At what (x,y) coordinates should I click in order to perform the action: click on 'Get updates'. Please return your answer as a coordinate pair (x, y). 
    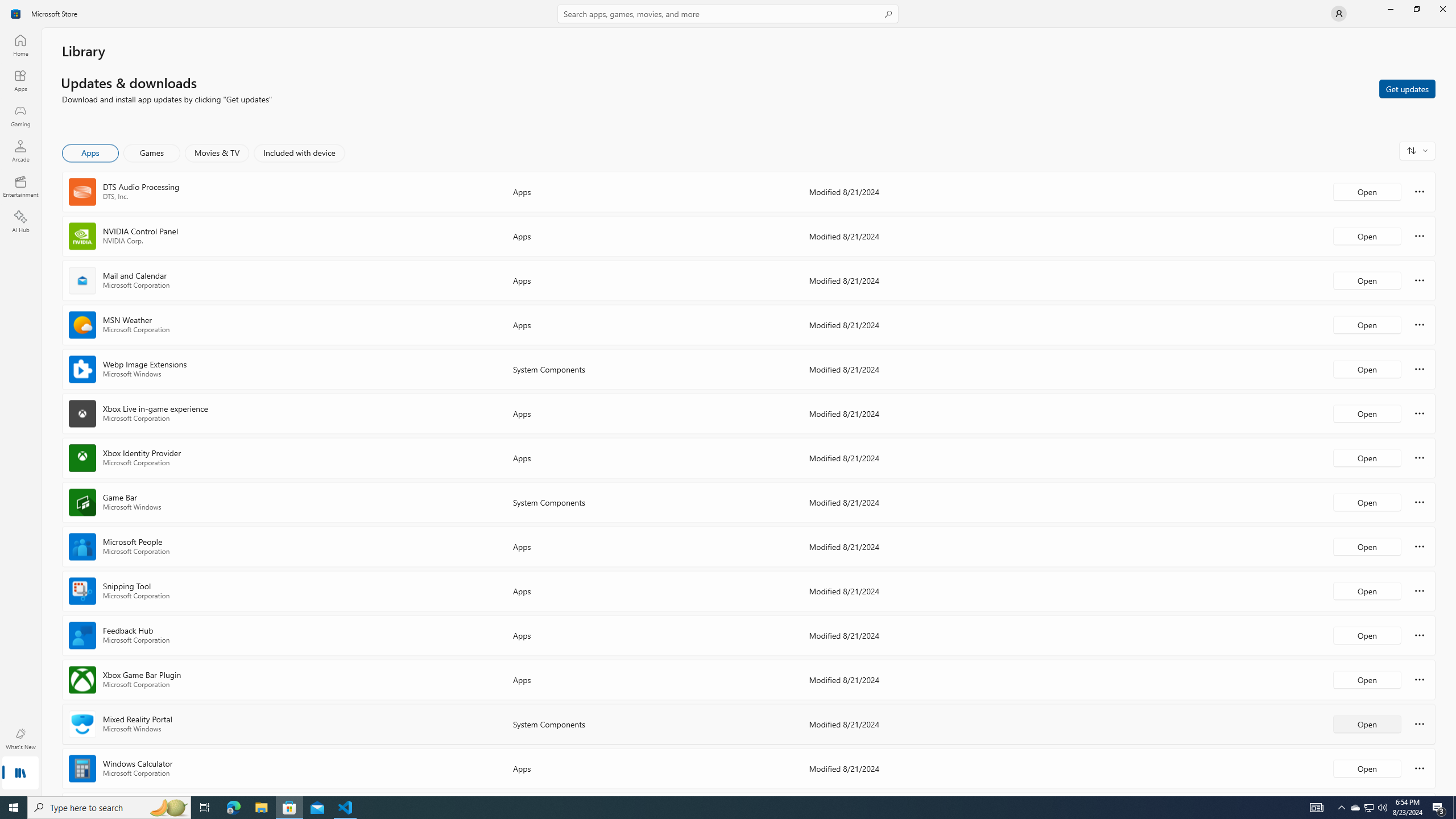
    Looking at the image, I should click on (1407, 88).